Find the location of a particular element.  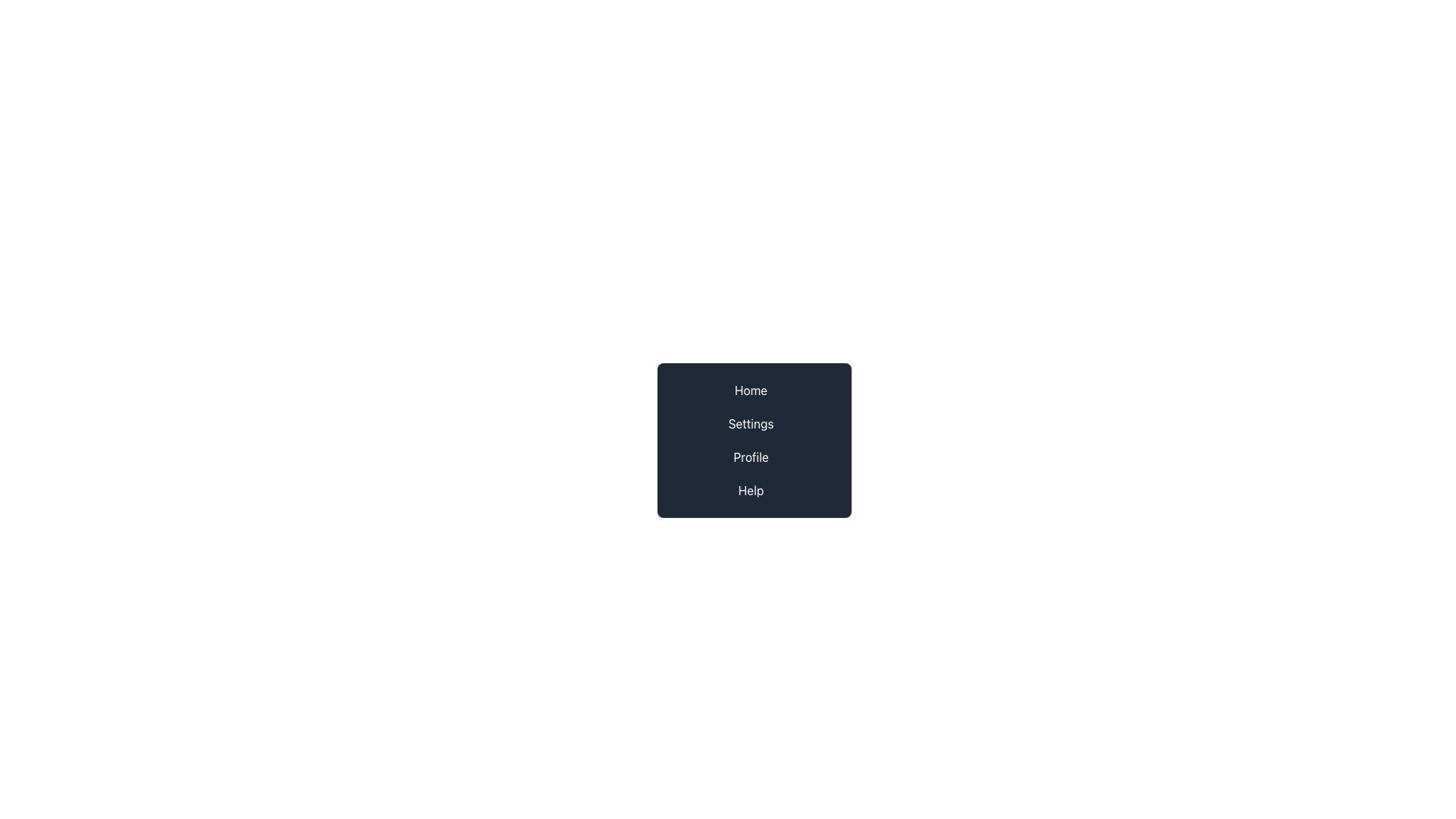

the 'Help' text label at the bottom of the navigation list is located at coordinates (754, 491).